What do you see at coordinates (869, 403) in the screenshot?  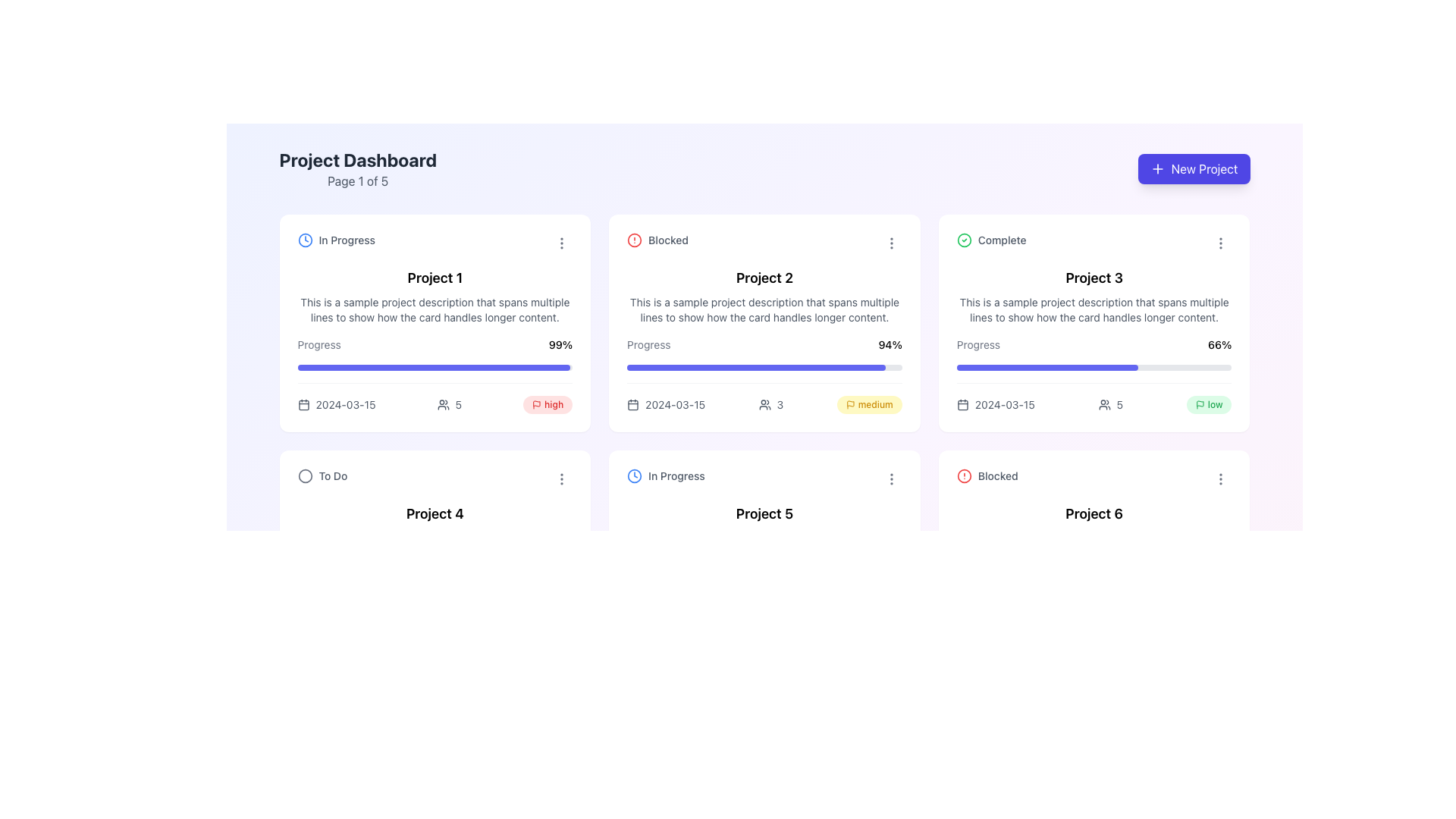 I see `the 'medium' priority badge UI component located at the bottom-right of the 'Project 2' card in the dashboard` at bounding box center [869, 403].